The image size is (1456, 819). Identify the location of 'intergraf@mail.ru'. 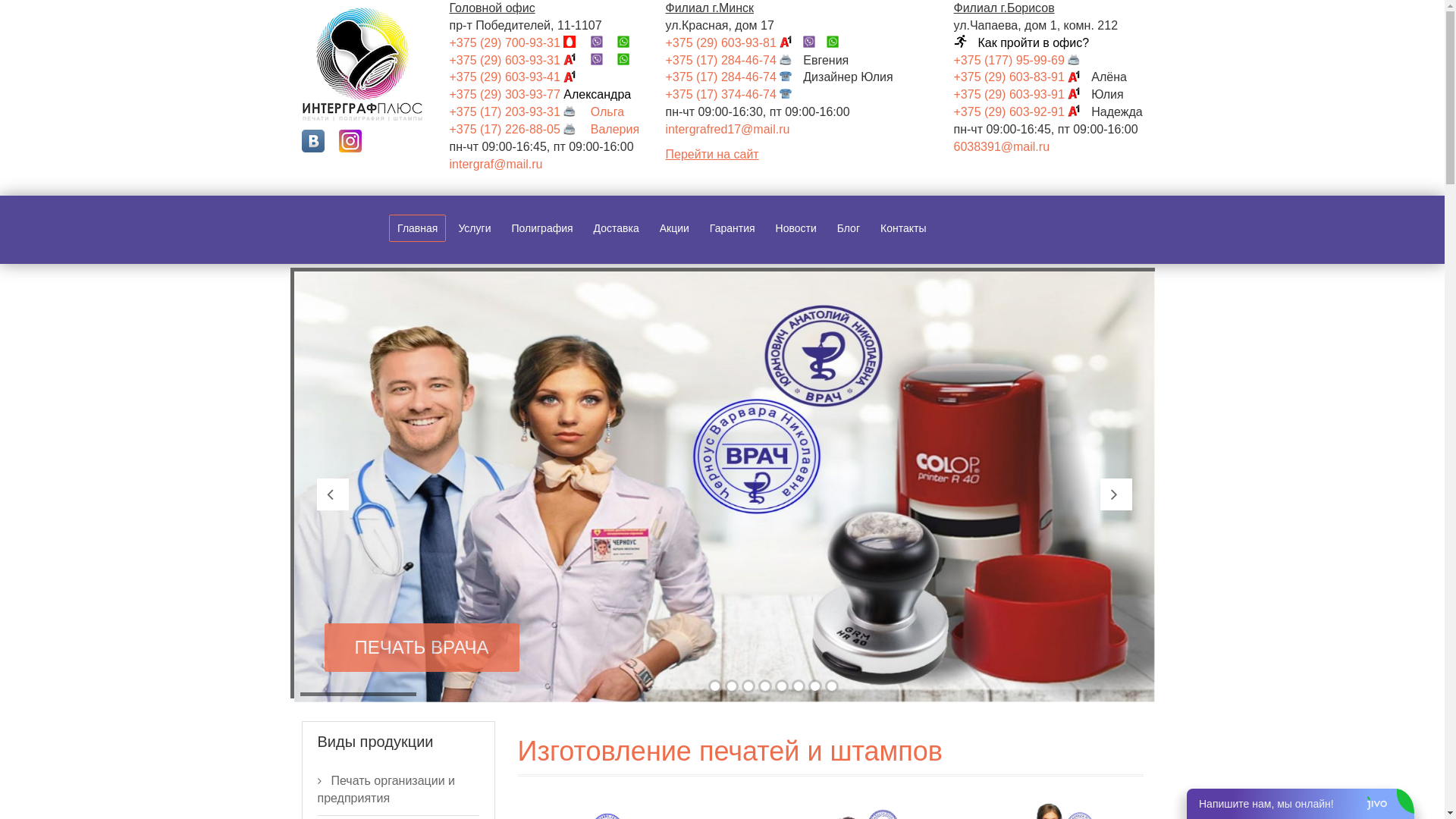
(495, 164).